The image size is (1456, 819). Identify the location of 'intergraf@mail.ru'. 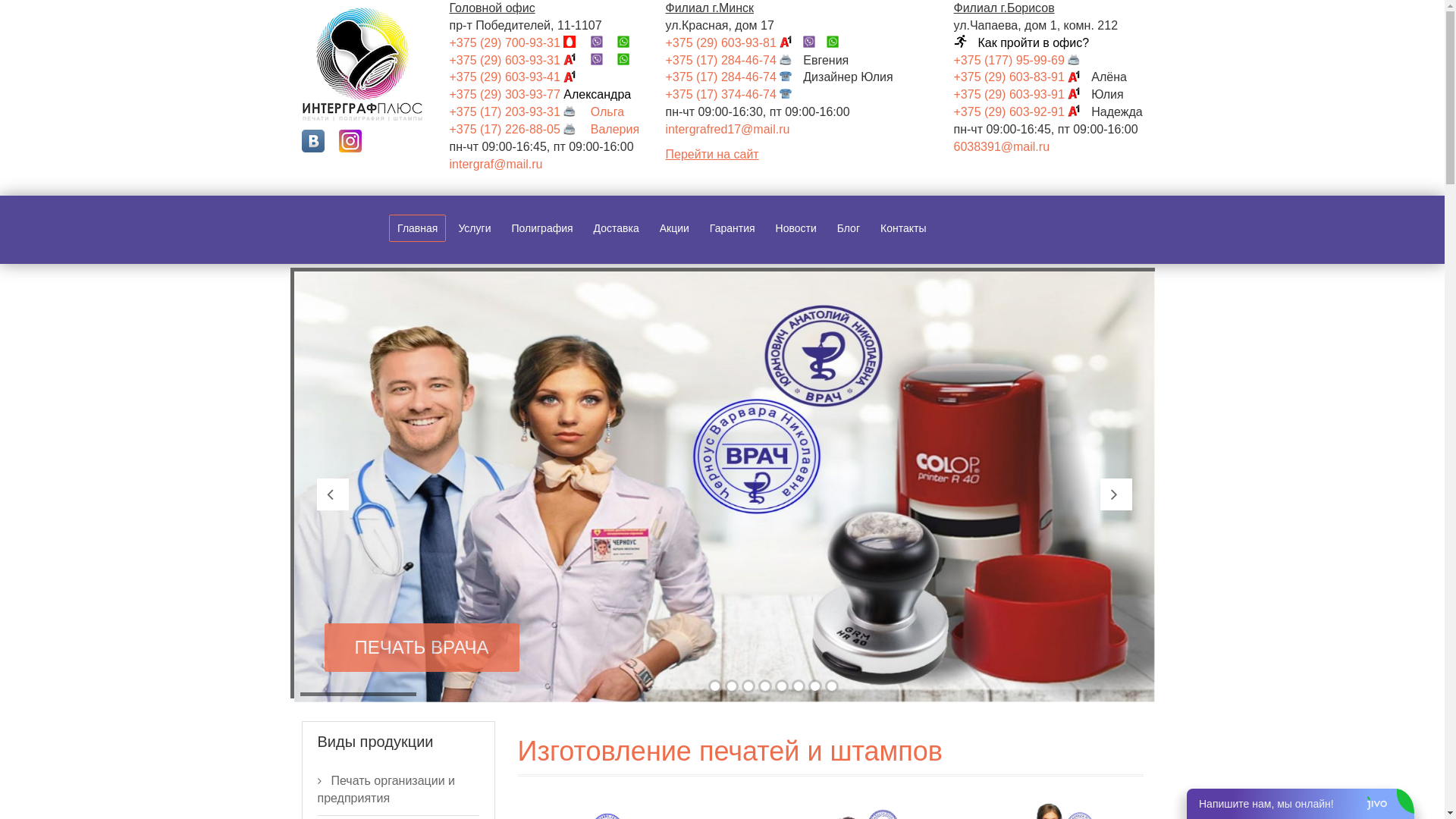
(495, 164).